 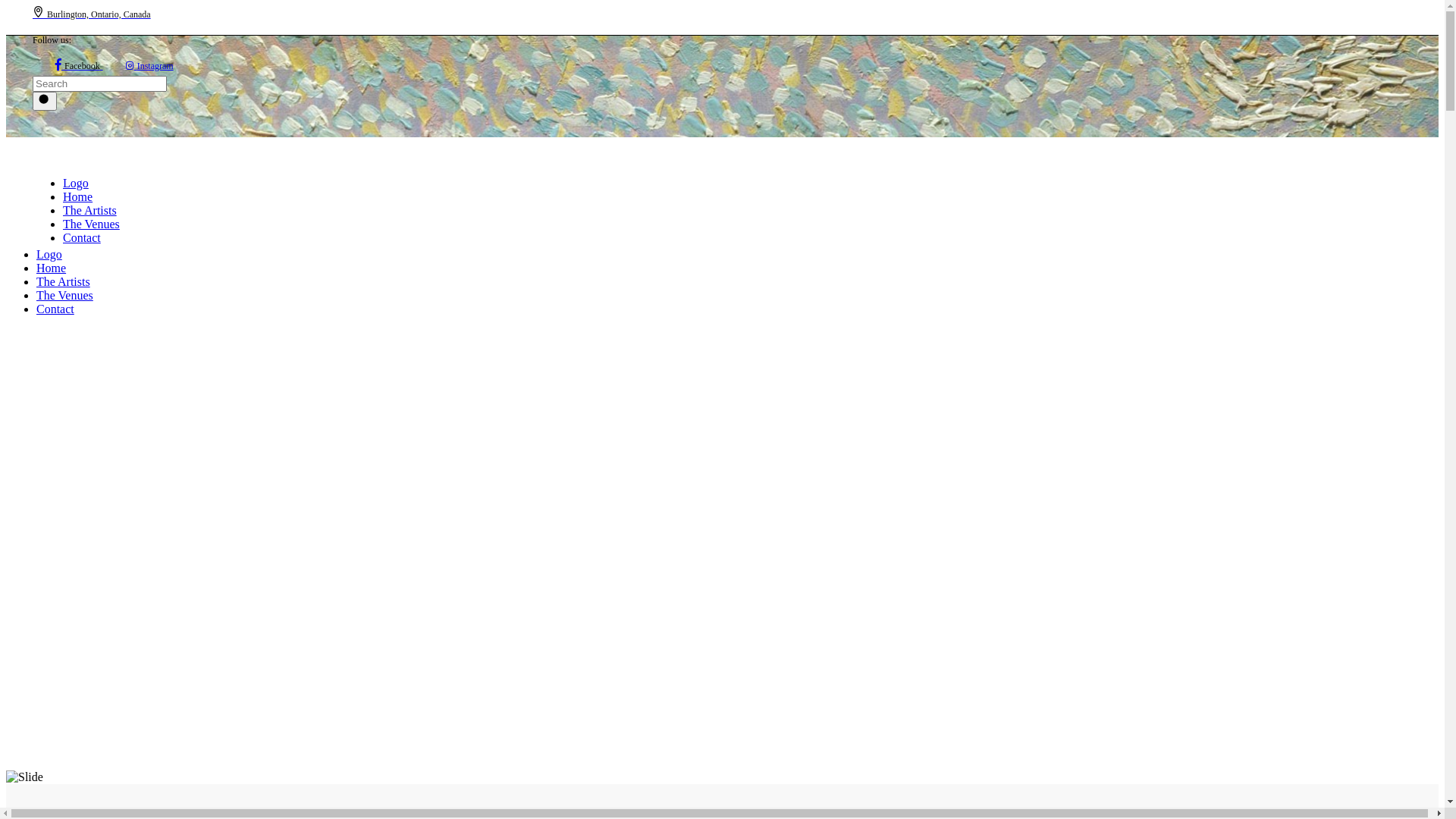 I want to click on 'Logo', so click(x=131, y=182).